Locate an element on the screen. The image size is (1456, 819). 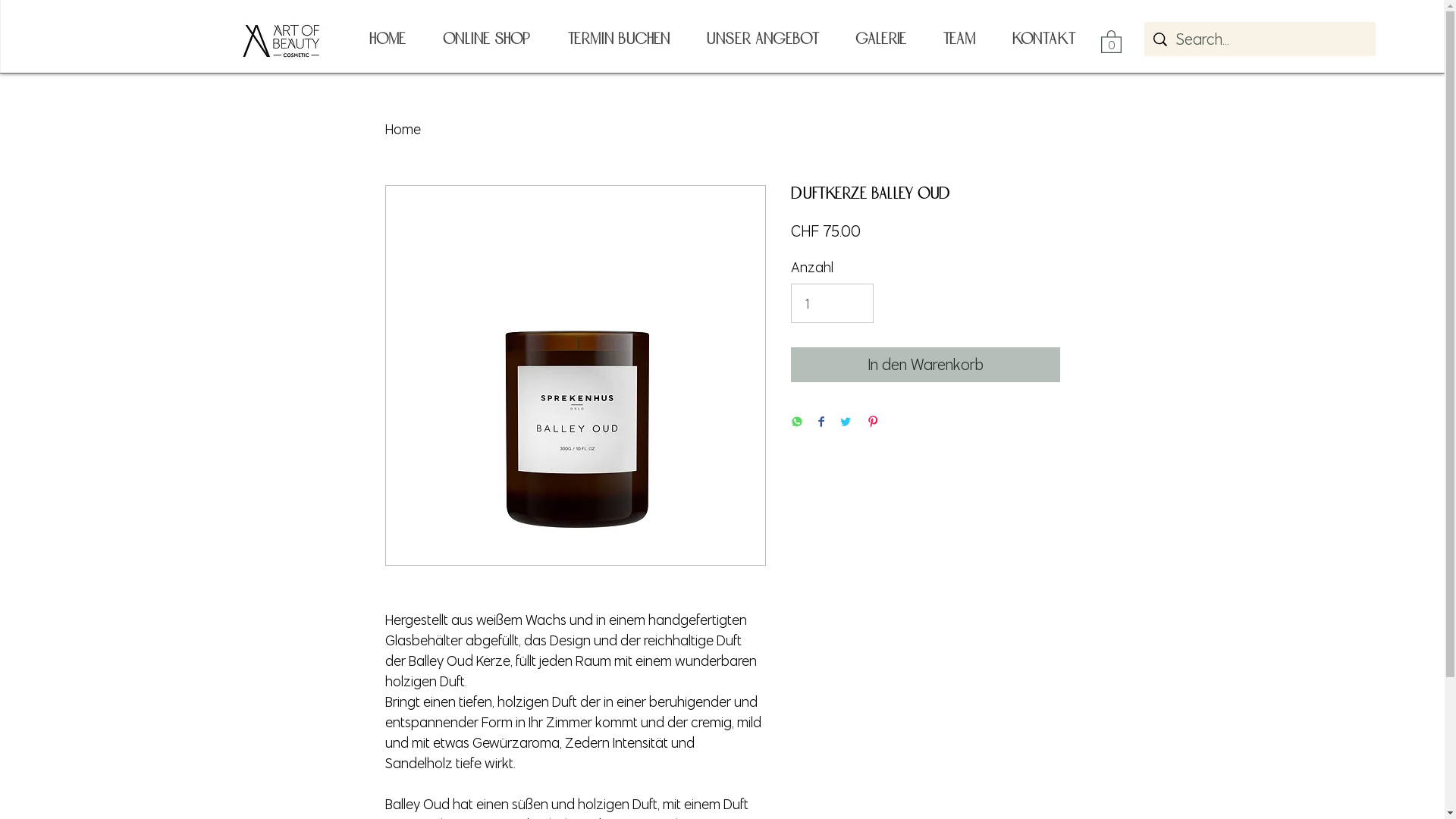
'KONTAKT' is located at coordinates (1043, 38).